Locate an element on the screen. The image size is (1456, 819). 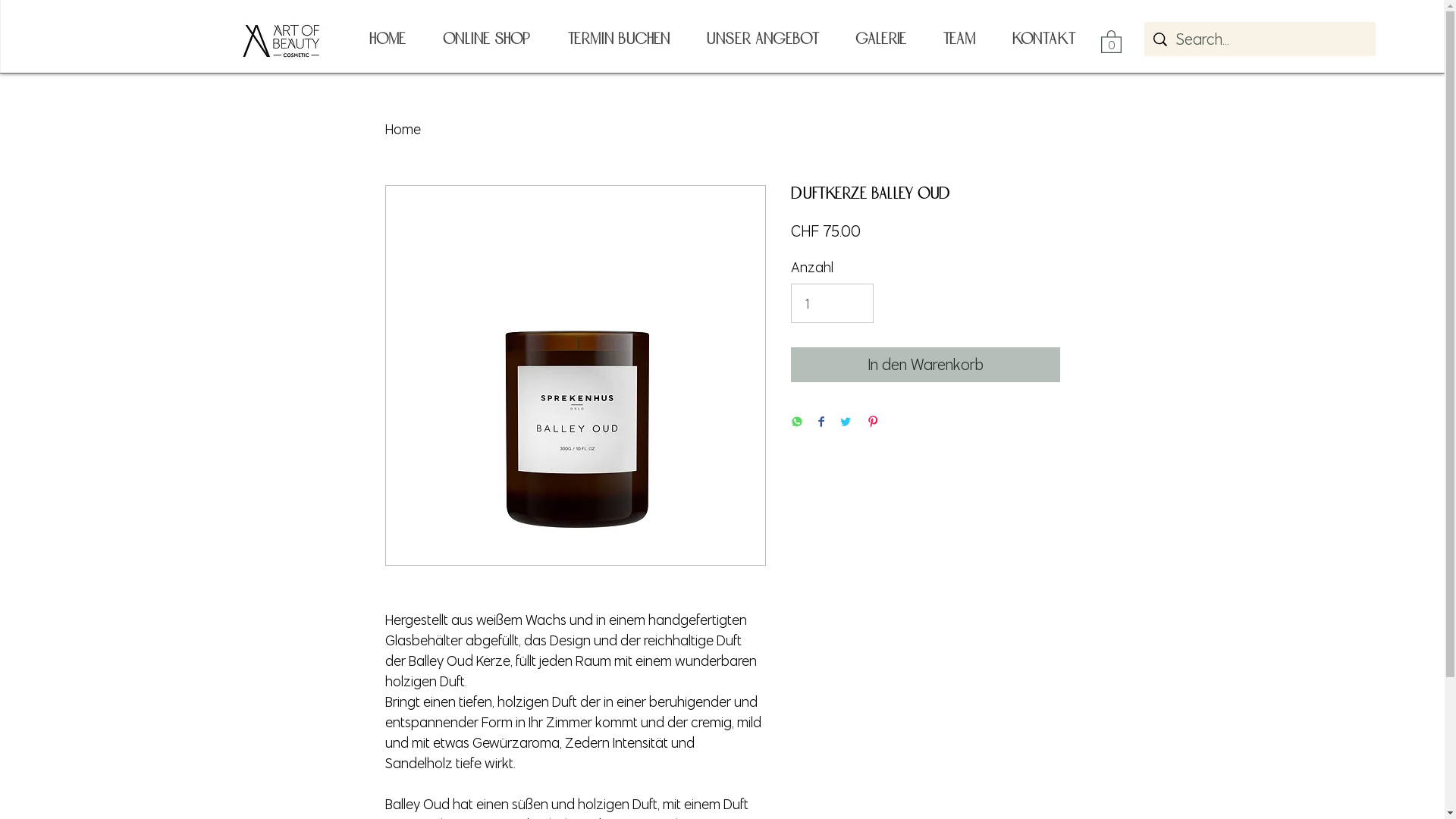
'KONTAKT' is located at coordinates (1043, 38).